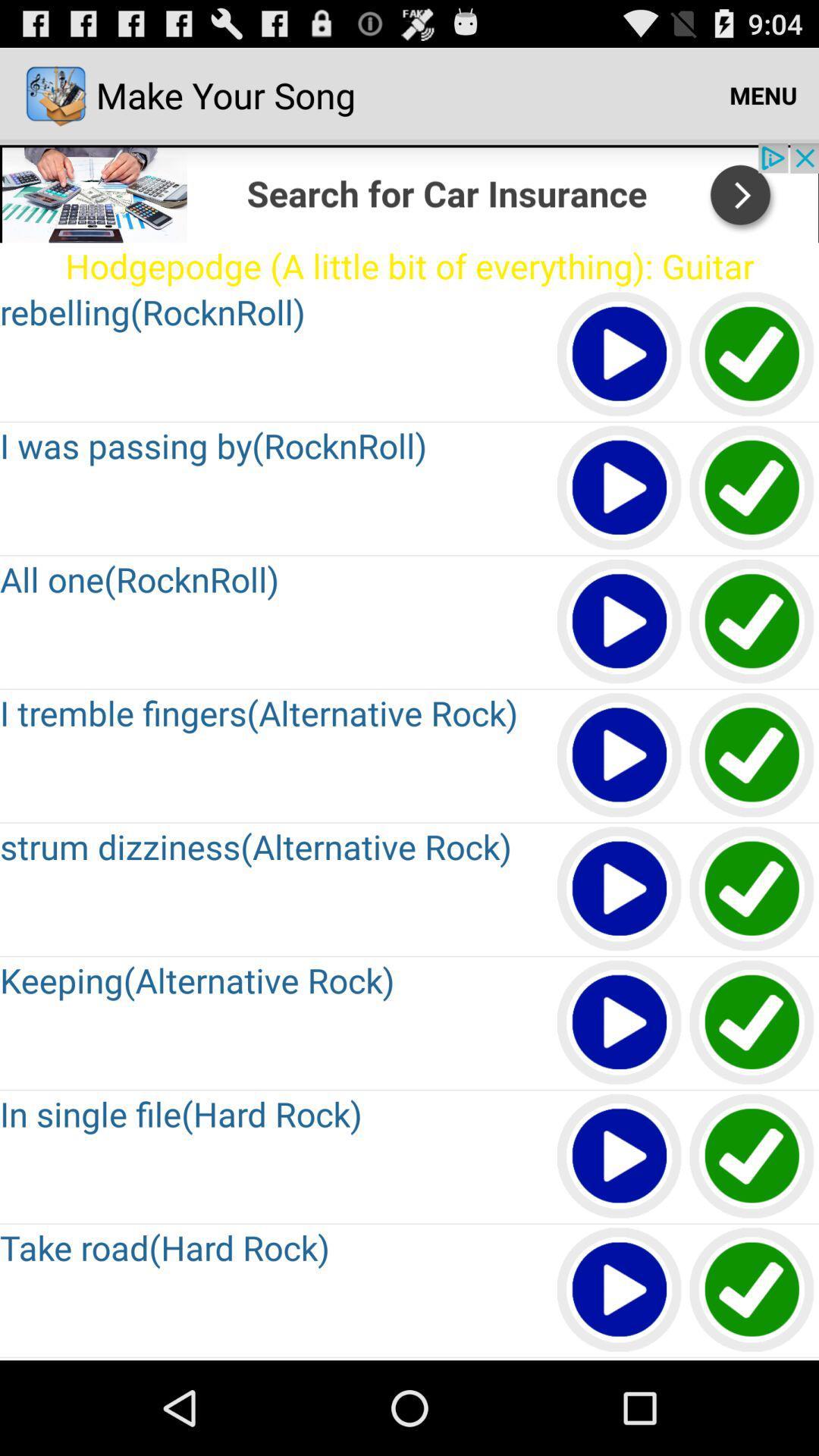  Describe the element at coordinates (620, 1023) in the screenshot. I see `user` at that location.